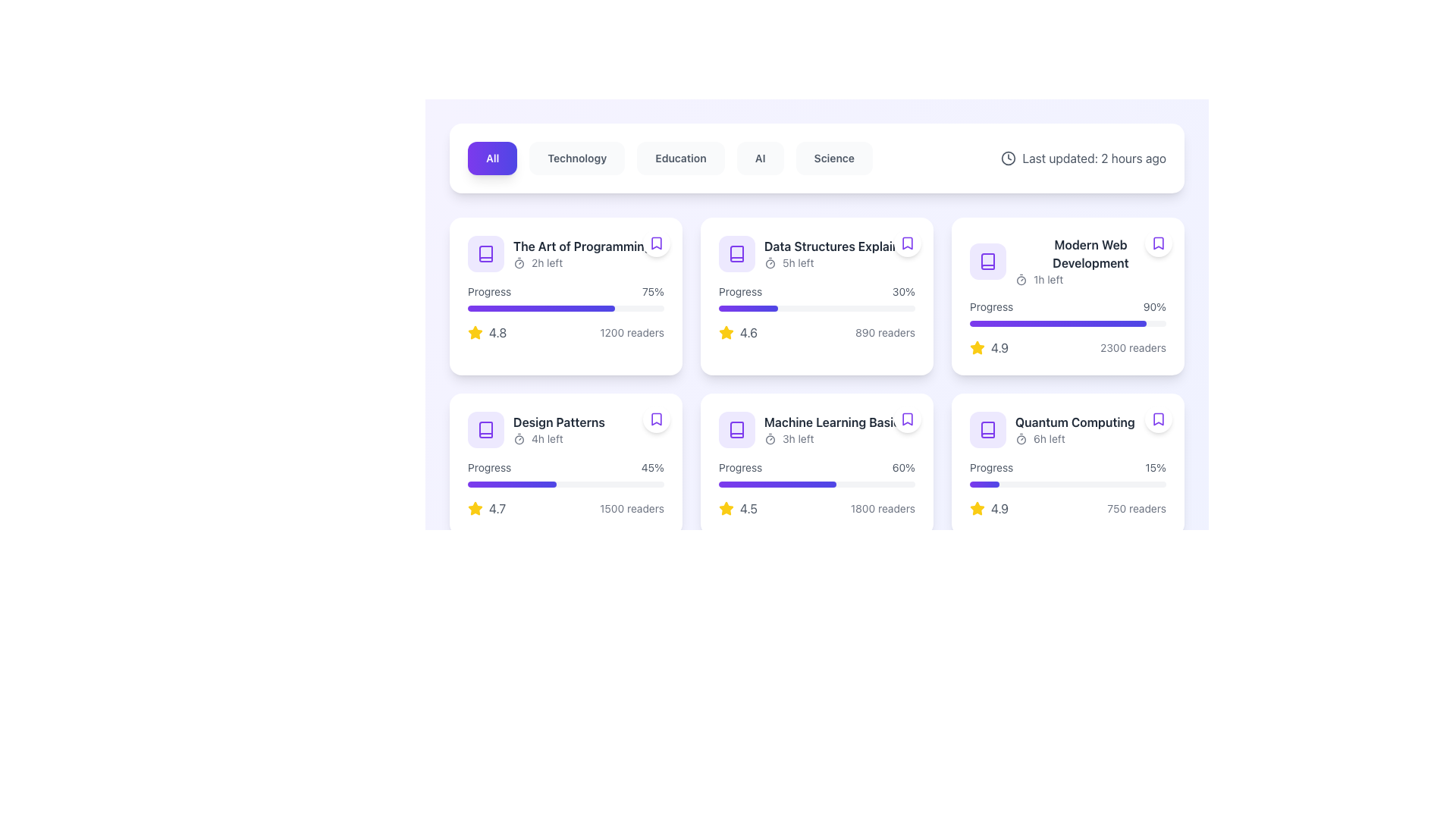 Image resolution: width=1456 pixels, height=819 pixels. I want to click on the informational text label that displays the progress percentage, located to the right of the 'Progress' label in the card of the second row and third column of the grid layout, so click(903, 467).